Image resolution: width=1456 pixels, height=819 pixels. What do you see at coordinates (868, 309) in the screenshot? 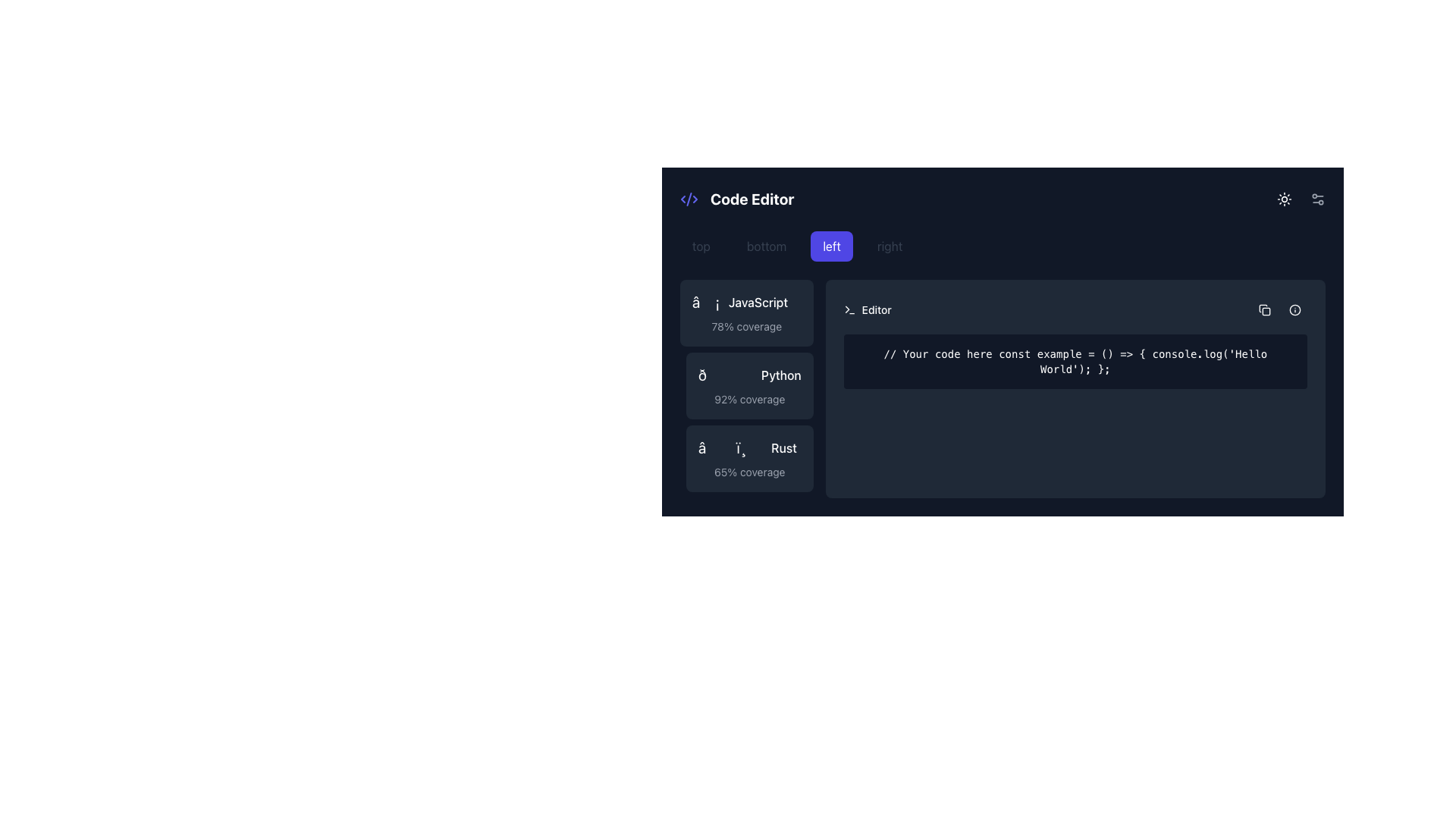
I see `label 'Editor' displayed alongside the terminal icon in the top-right section of the interface` at bounding box center [868, 309].